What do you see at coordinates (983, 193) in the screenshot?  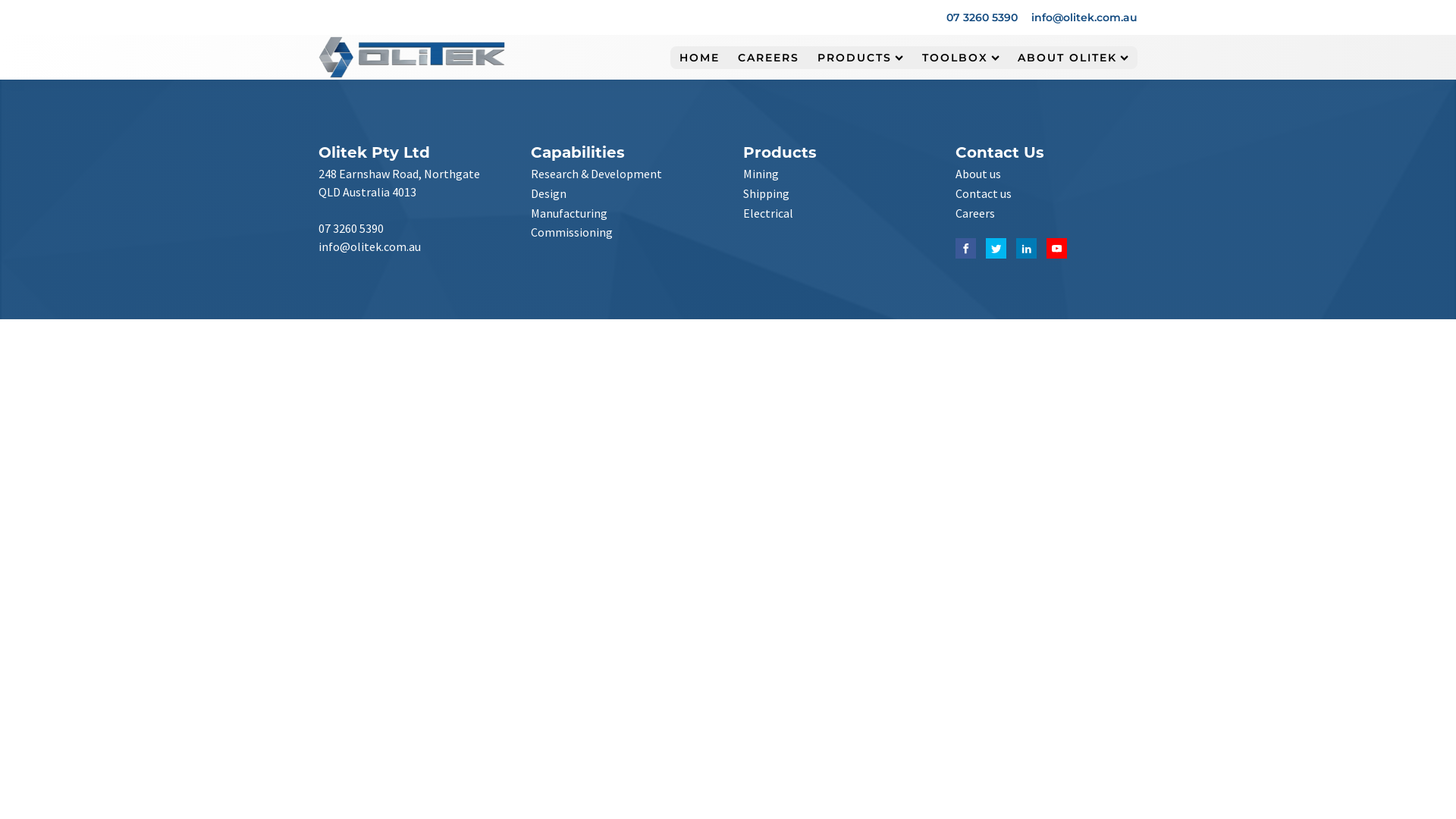 I see `'Contact us'` at bounding box center [983, 193].